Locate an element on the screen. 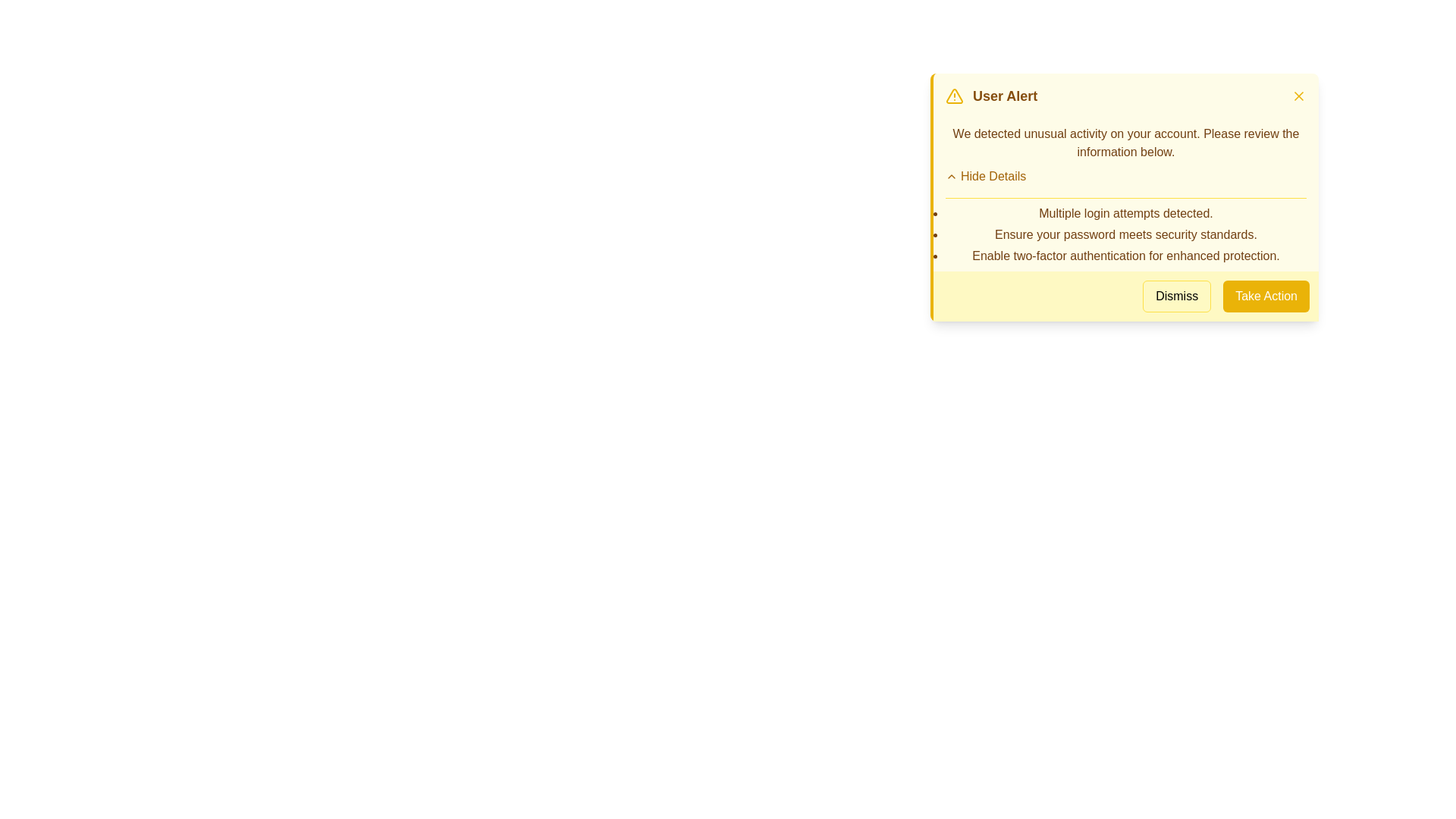  the Chevron Down icon located to the left of the 'Hide Details' text is located at coordinates (950, 175).